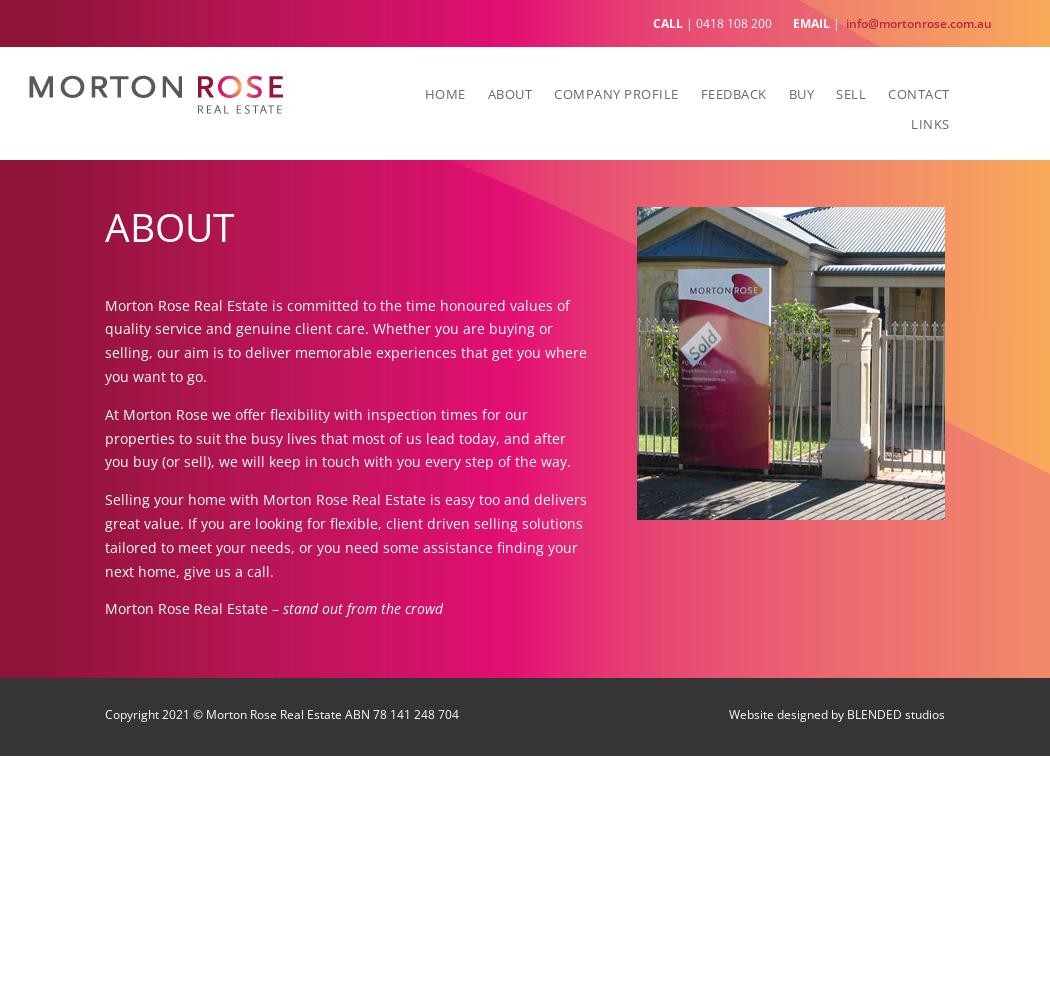  What do you see at coordinates (838, 23) in the screenshot?
I see `'|'` at bounding box center [838, 23].